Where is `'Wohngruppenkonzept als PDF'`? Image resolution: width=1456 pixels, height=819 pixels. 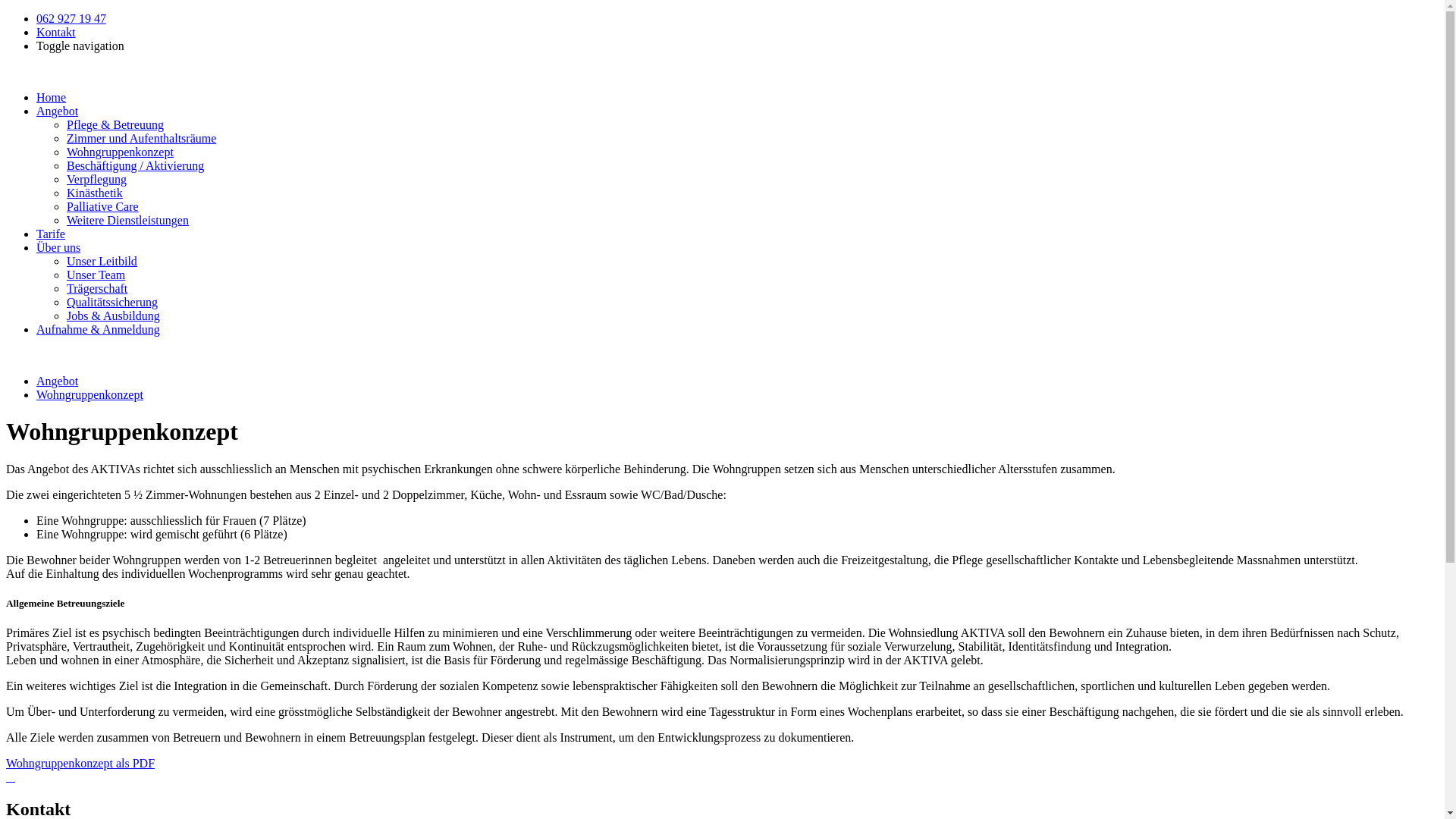 'Wohngruppenkonzept als PDF' is located at coordinates (79, 763).